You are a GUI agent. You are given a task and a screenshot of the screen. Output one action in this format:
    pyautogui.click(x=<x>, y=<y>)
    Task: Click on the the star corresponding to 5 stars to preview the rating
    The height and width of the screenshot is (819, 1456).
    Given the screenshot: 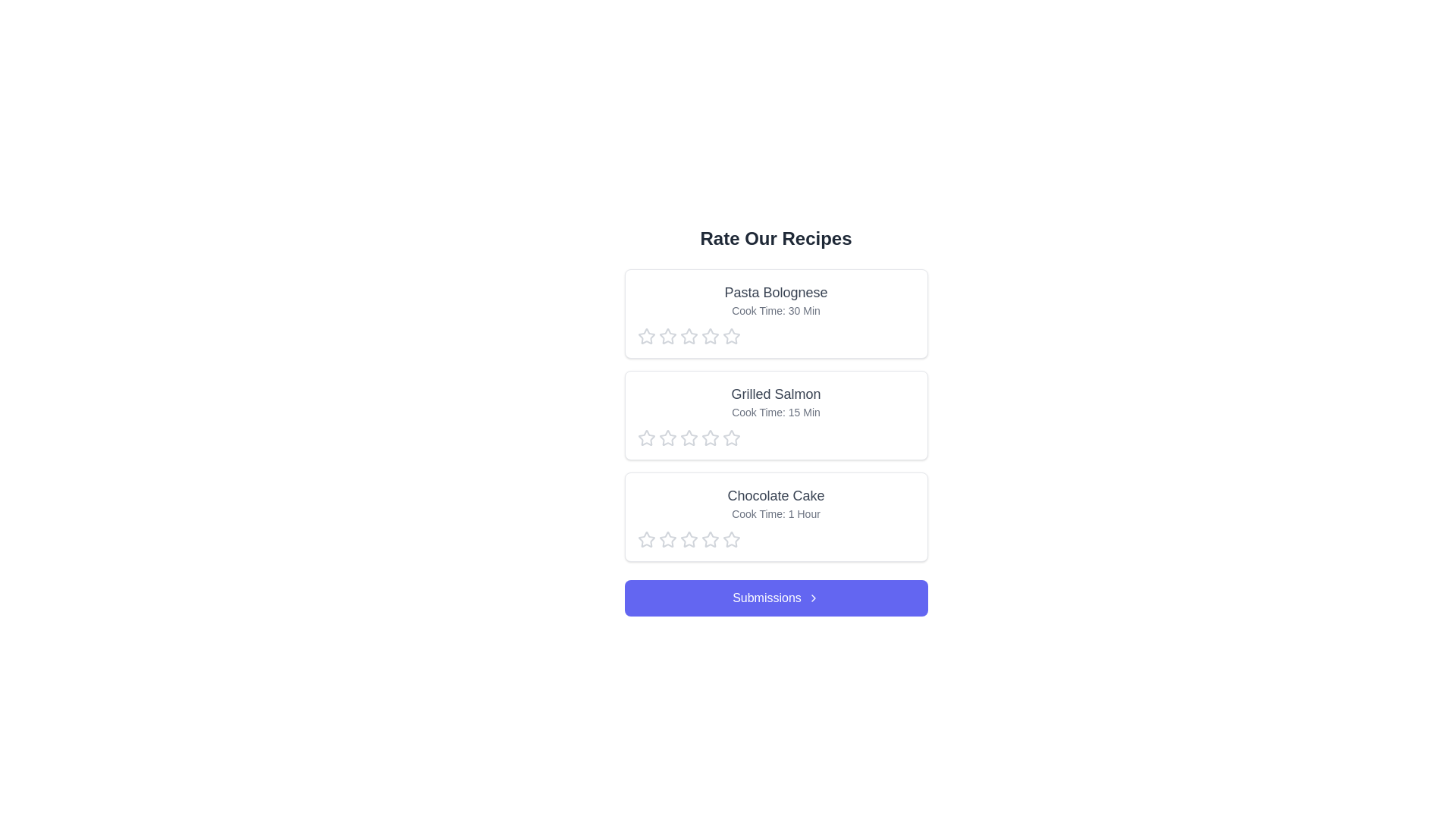 What is the action you would take?
    pyautogui.click(x=731, y=335)
    